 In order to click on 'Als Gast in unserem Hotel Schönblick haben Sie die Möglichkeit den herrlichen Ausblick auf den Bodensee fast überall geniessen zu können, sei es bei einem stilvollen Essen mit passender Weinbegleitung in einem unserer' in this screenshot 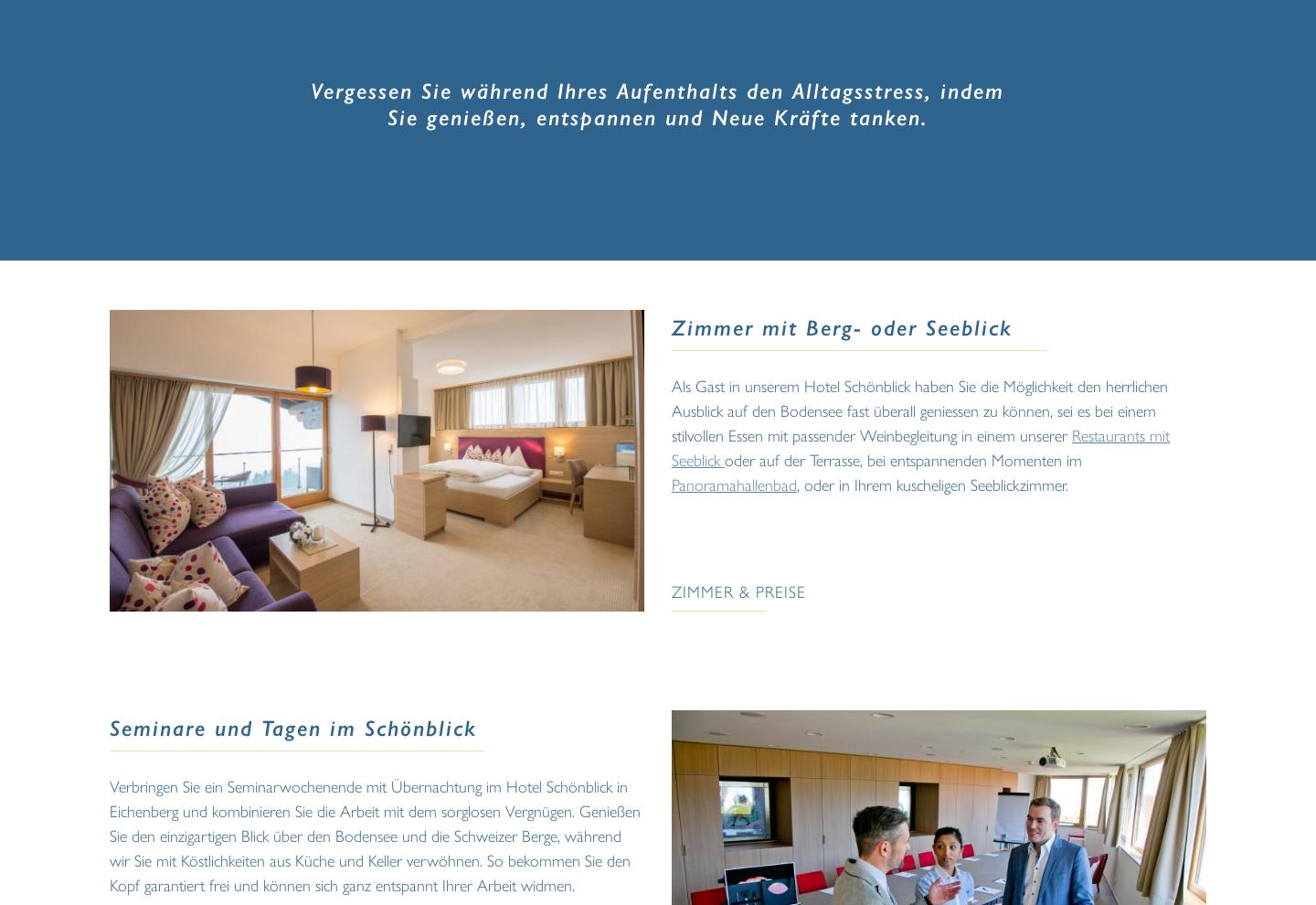, I will do `click(918, 410)`.